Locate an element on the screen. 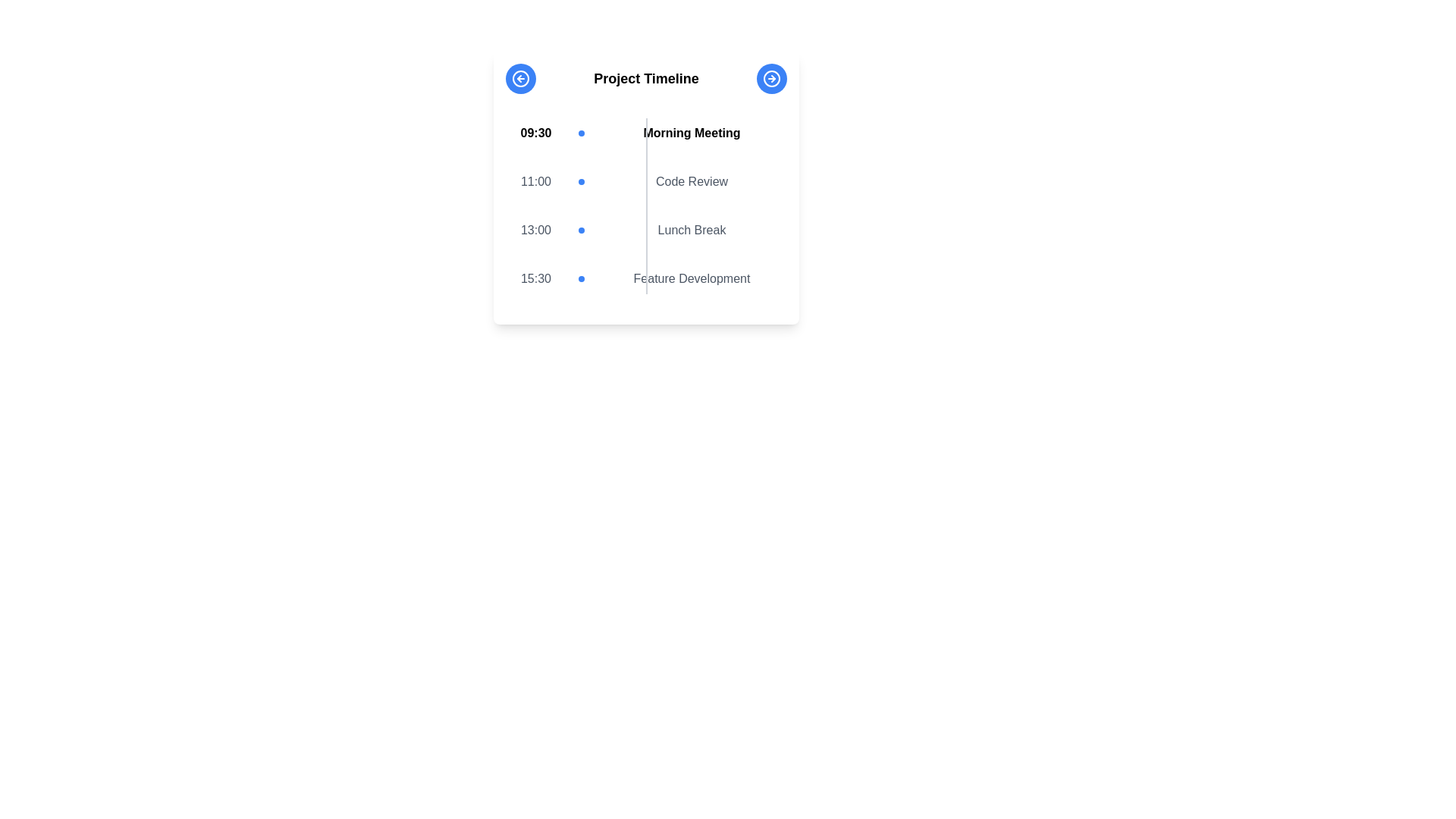  the circular icon-based button featuring a right-pointing arrow on a bright blue background is located at coordinates (771, 79).